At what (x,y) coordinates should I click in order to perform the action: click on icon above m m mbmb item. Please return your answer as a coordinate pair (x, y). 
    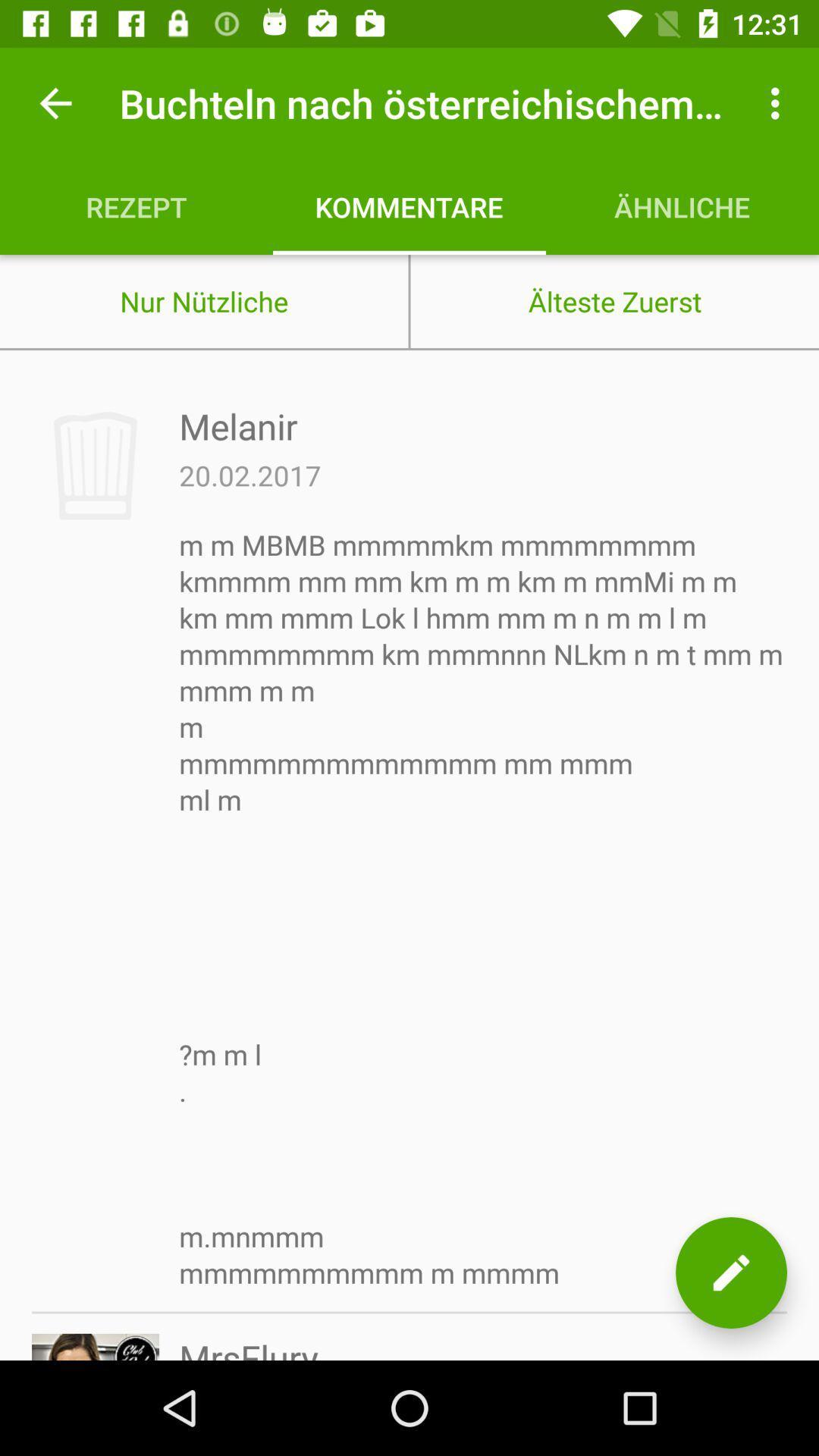
    Looking at the image, I should click on (249, 475).